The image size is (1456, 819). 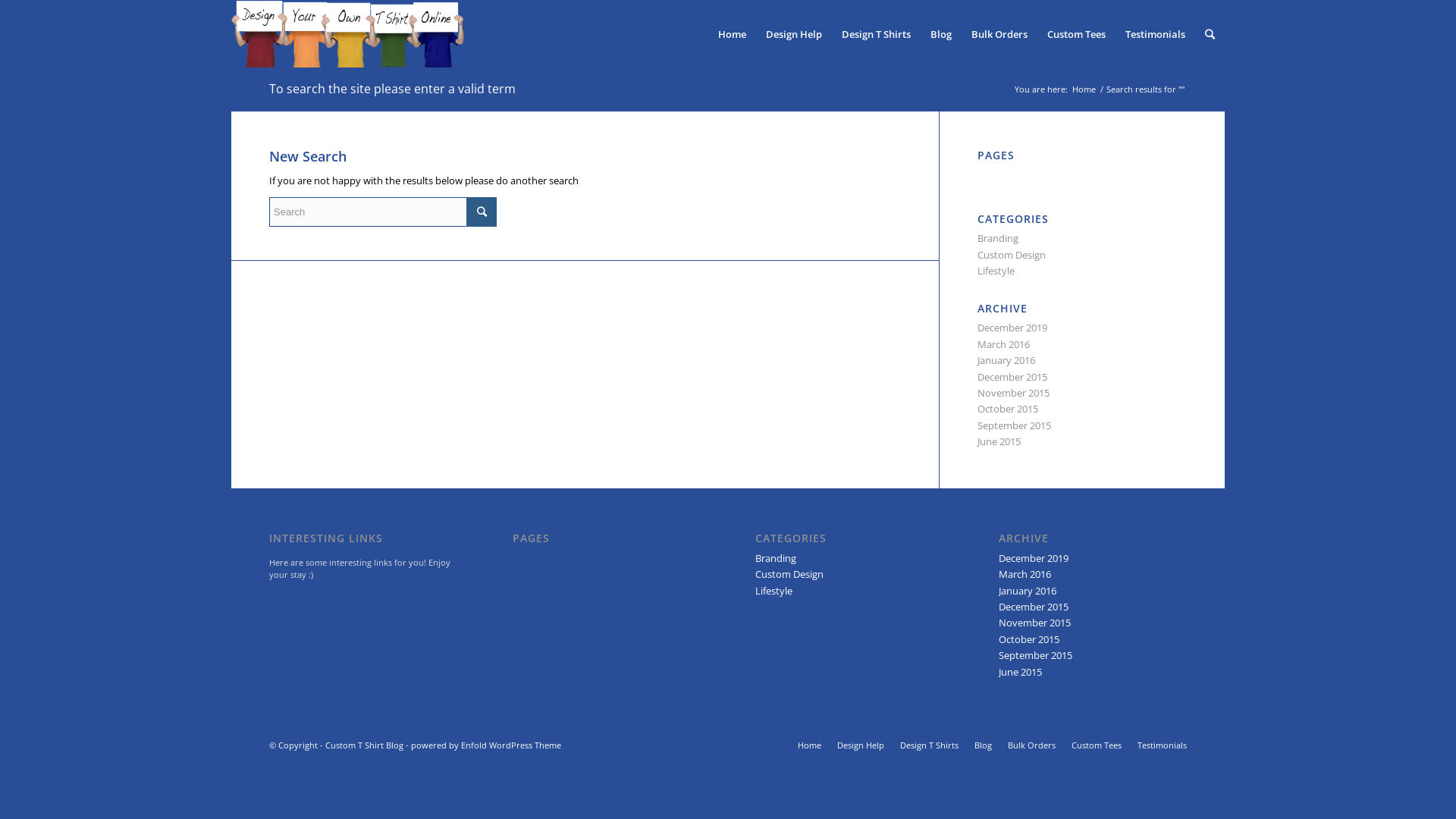 I want to click on 'December 2019', so click(x=1033, y=558).